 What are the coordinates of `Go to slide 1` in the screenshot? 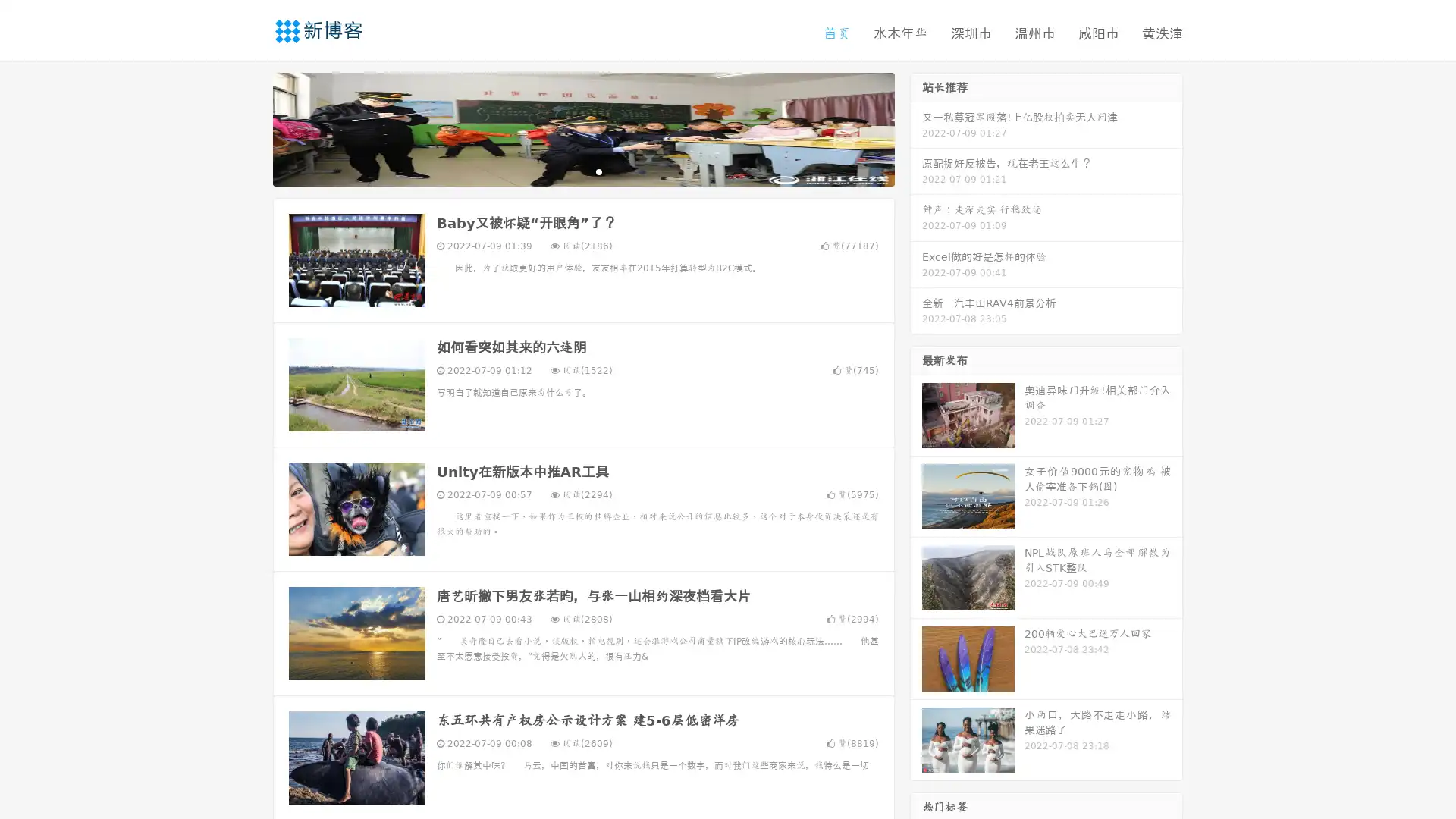 It's located at (567, 171).